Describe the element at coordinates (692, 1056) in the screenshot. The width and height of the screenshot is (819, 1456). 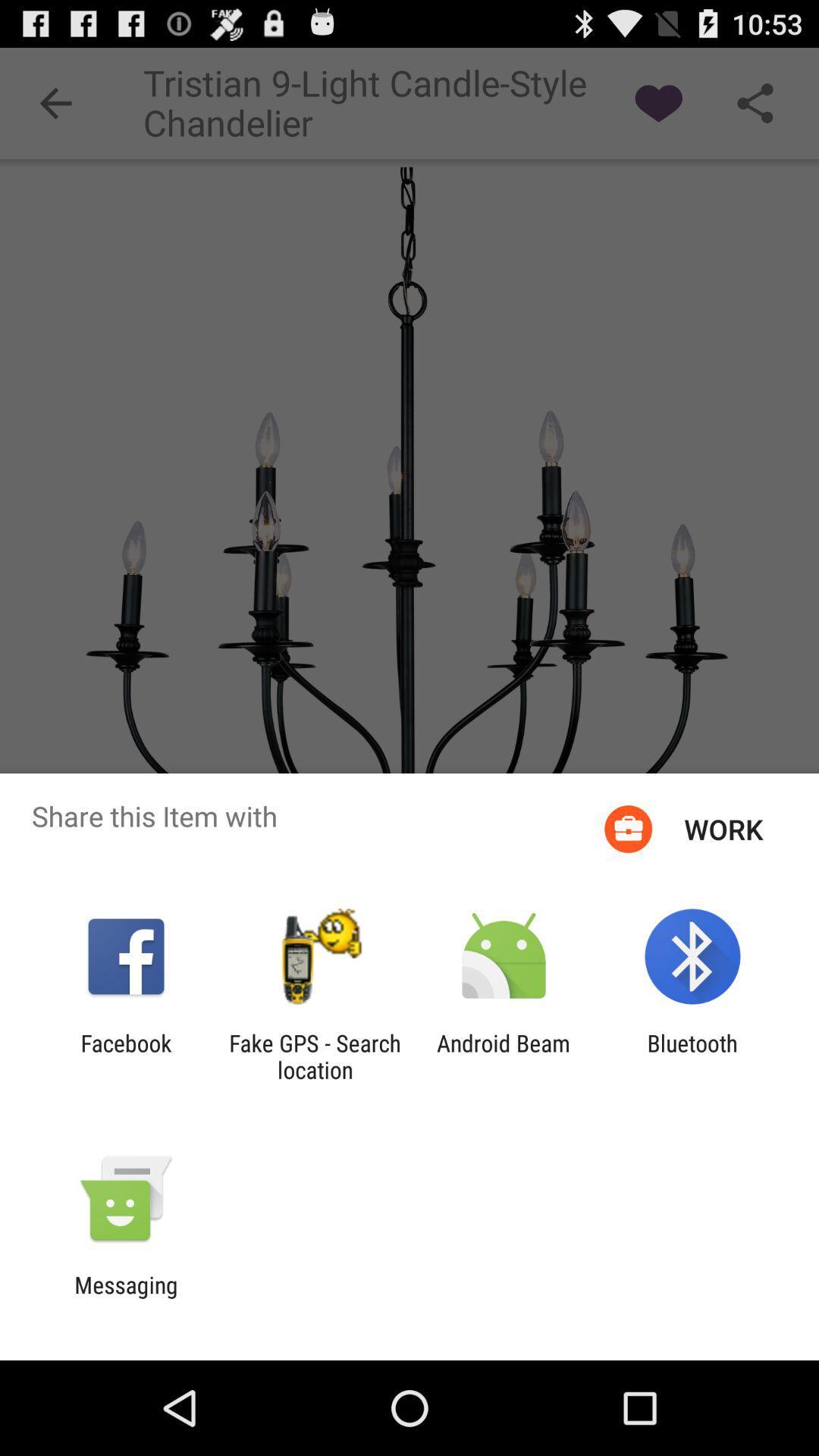
I see `bluetooth at the bottom right corner` at that location.